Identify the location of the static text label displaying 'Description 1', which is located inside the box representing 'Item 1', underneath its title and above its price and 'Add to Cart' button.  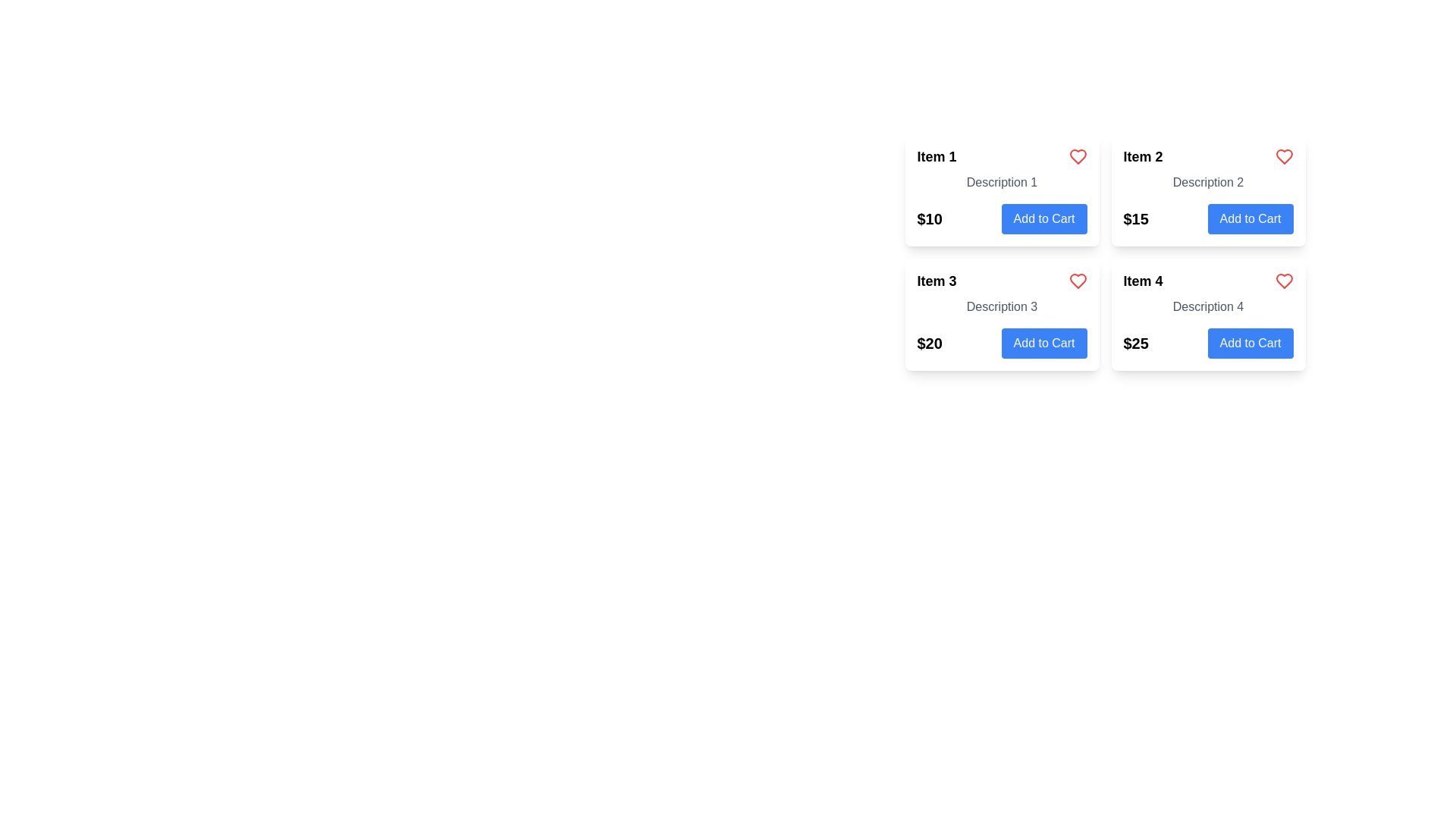
(1002, 181).